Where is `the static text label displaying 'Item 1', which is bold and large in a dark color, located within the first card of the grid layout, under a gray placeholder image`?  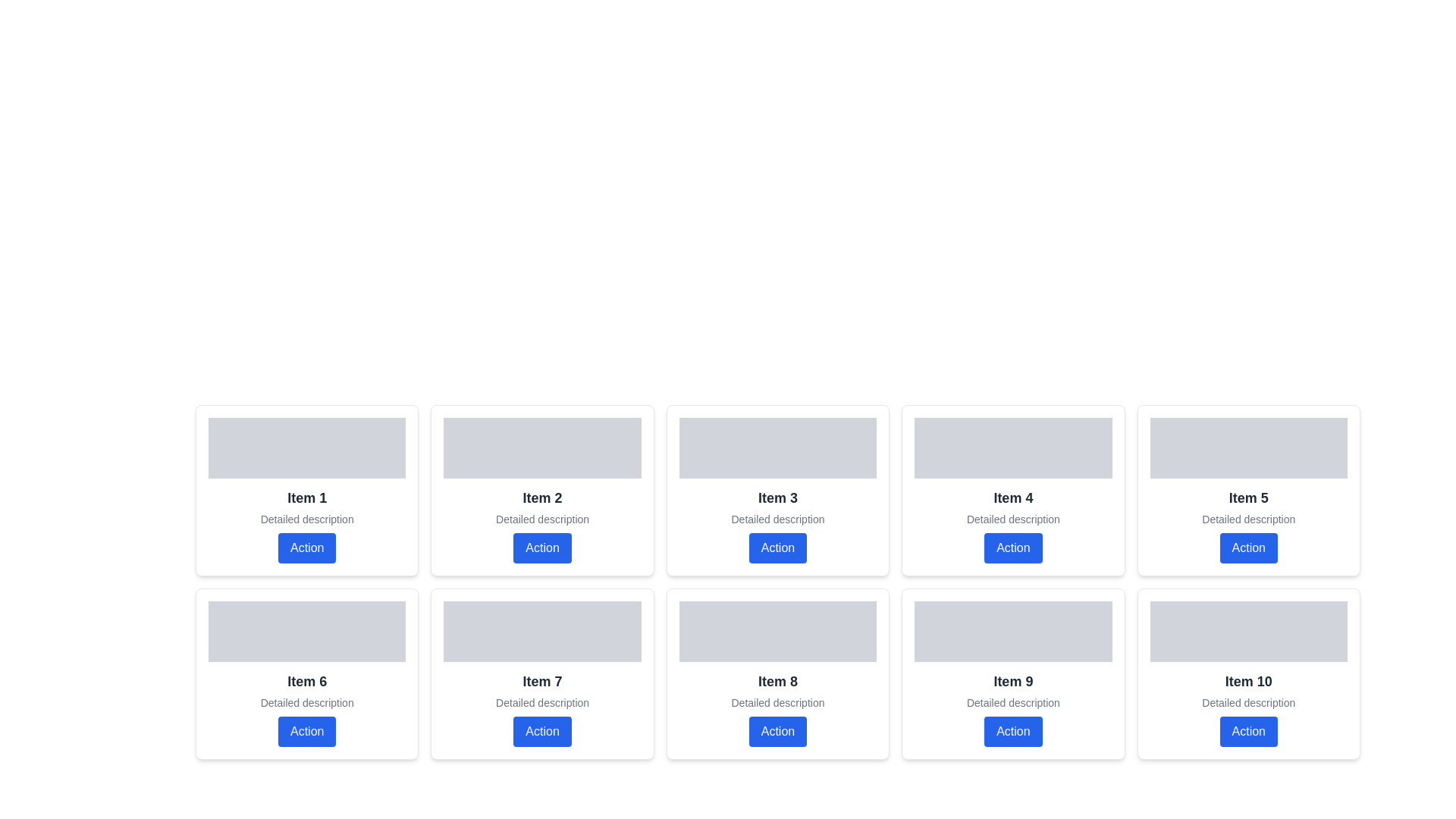 the static text label displaying 'Item 1', which is bold and large in a dark color, located within the first card of the grid layout, under a gray placeholder image is located at coordinates (306, 497).